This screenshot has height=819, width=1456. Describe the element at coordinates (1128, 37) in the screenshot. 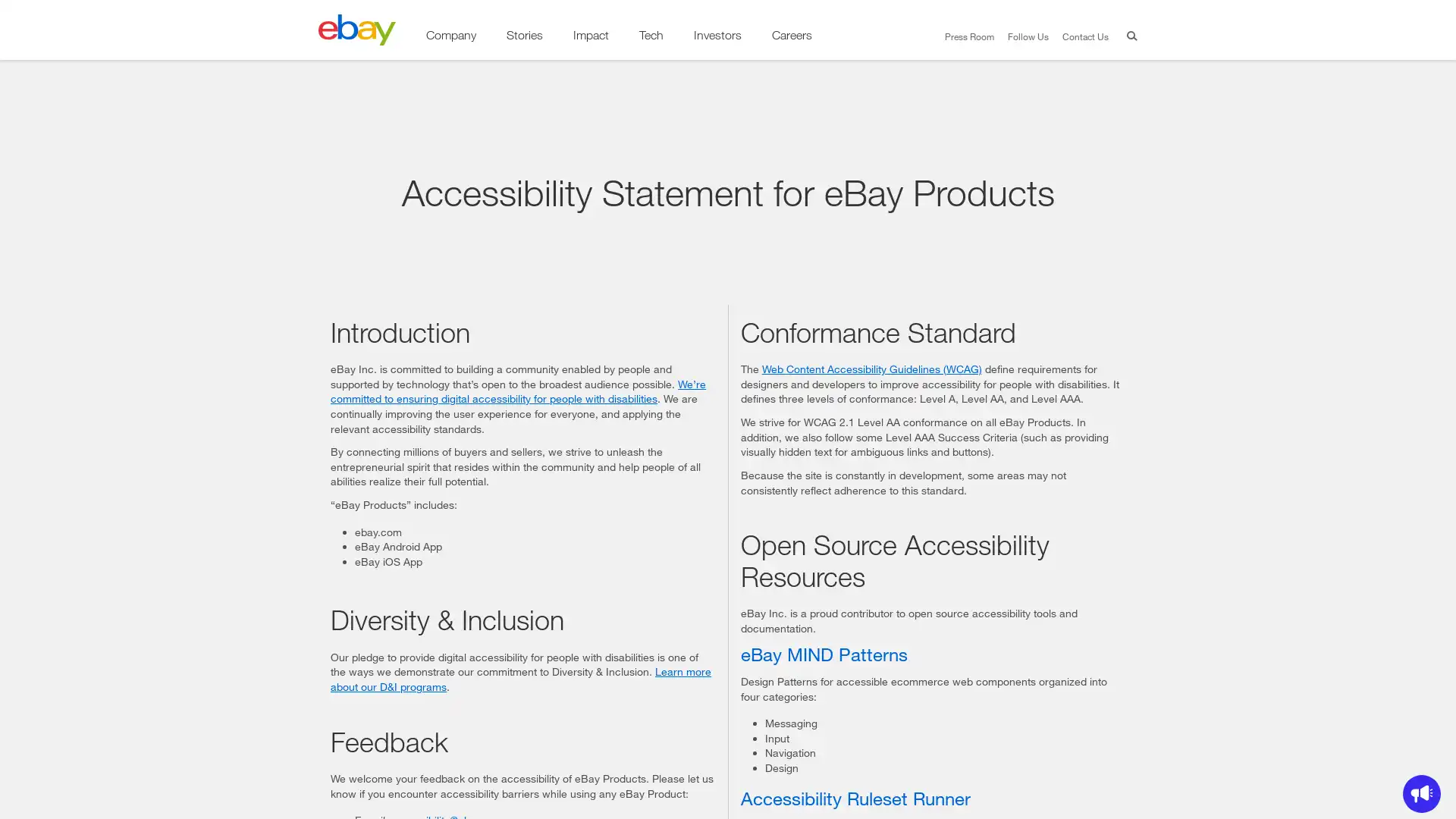

I see `Search Website` at that location.